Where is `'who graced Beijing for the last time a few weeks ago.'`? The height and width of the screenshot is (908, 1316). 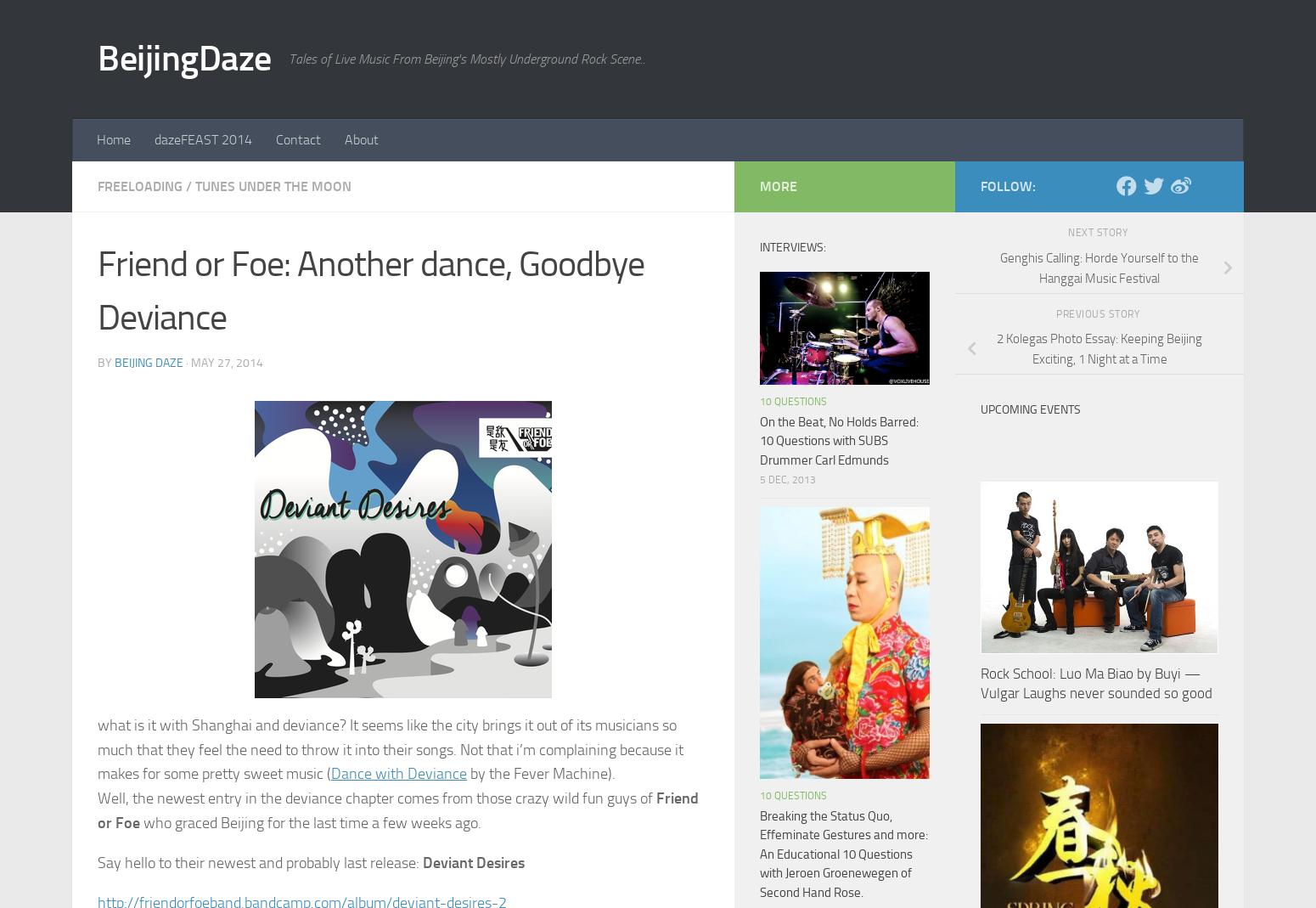
'who graced Beijing for the last time a few weeks ago.' is located at coordinates (139, 821).